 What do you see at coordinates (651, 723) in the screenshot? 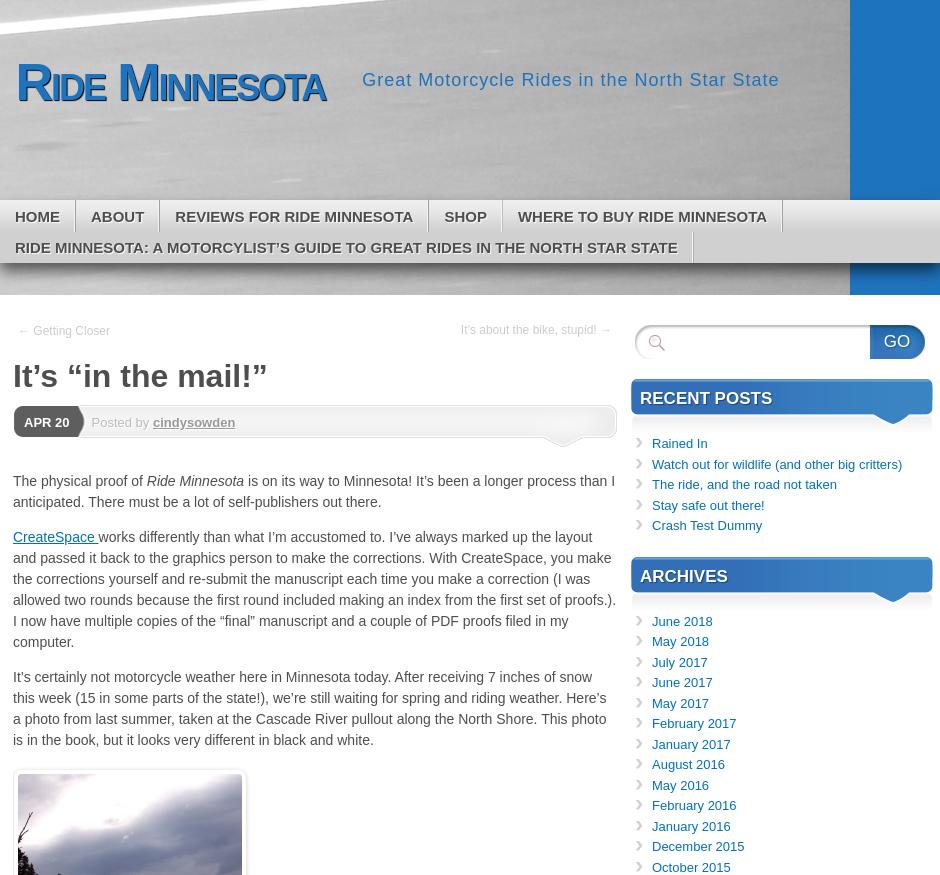
I see `'February 2017'` at bounding box center [651, 723].